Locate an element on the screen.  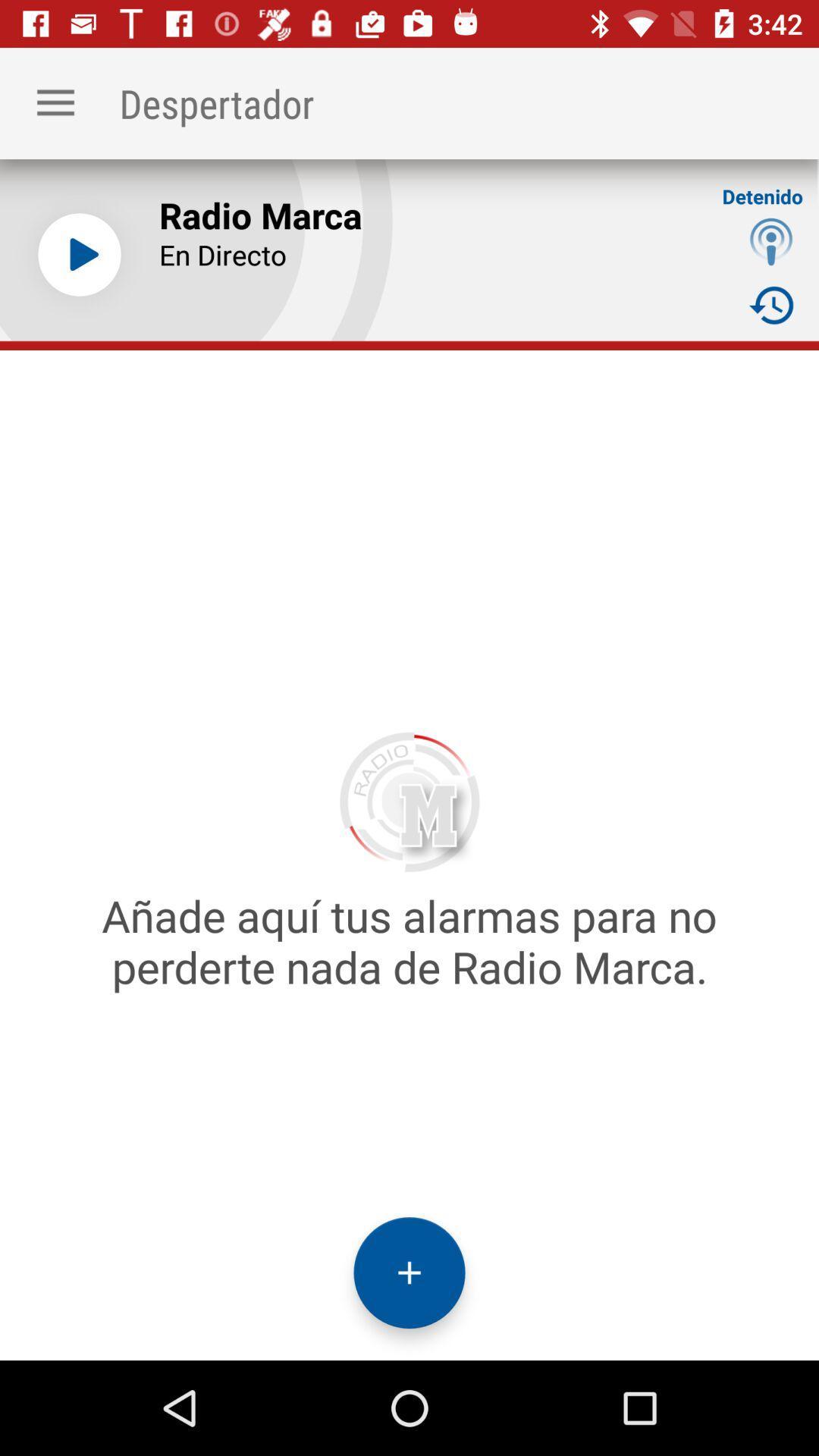
the history icon is located at coordinates (771, 304).